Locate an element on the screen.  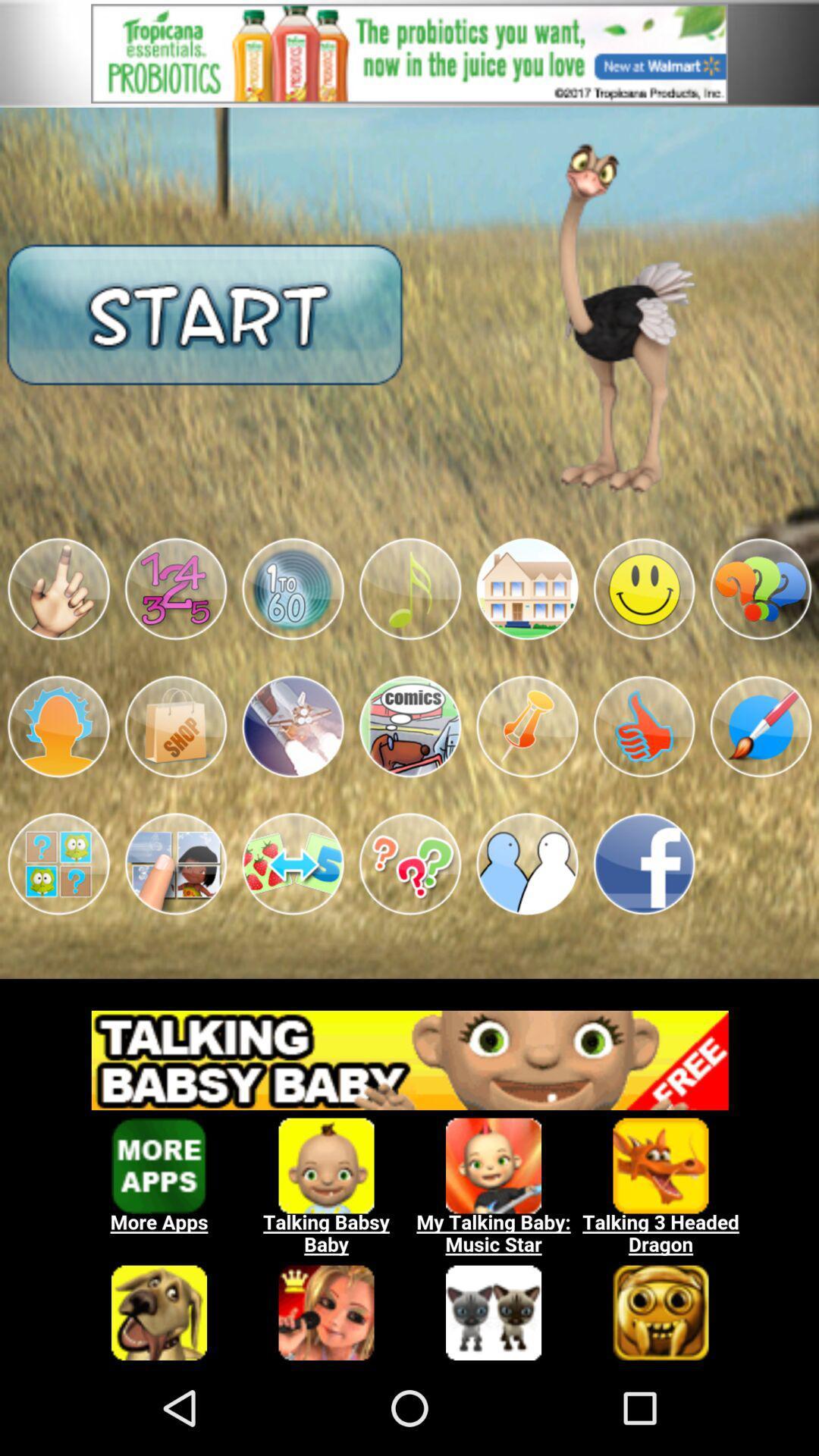
start is located at coordinates (205, 312).